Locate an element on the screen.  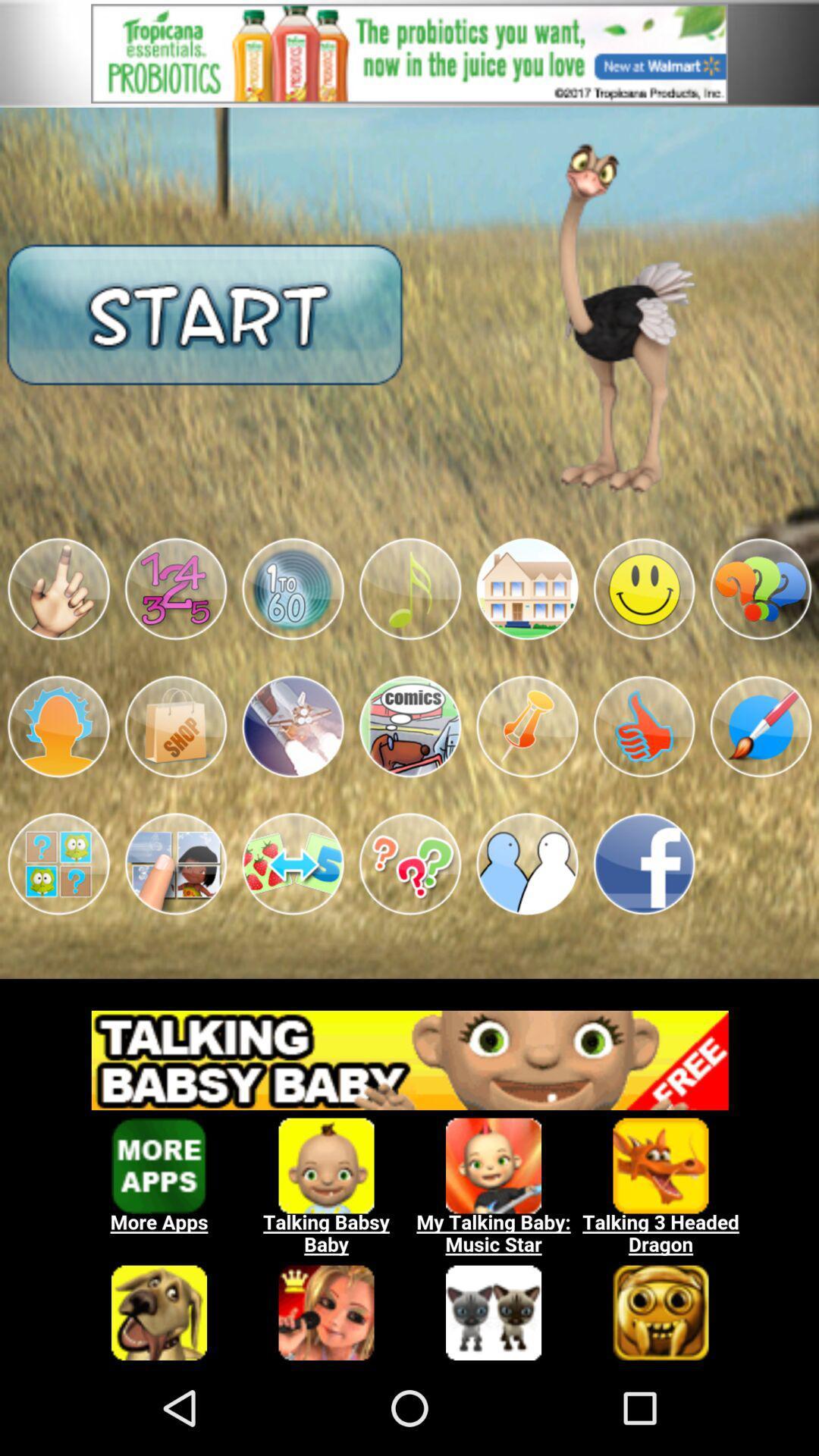
start is located at coordinates (205, 312).